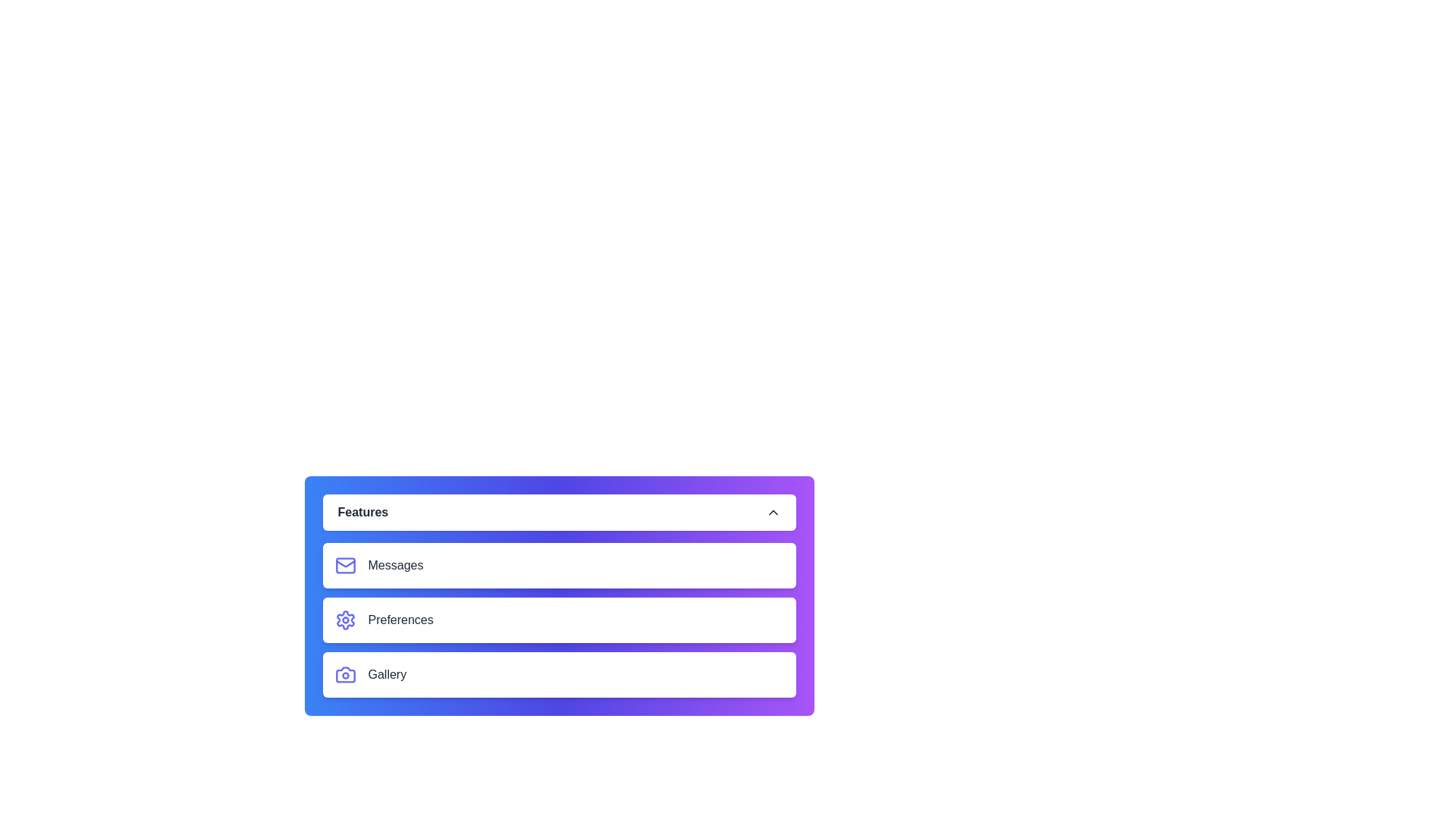 Image resolution: width=1456 pixels, height=819 pixels. I want to click on the menu item Messages to select it, so click(558, 565).